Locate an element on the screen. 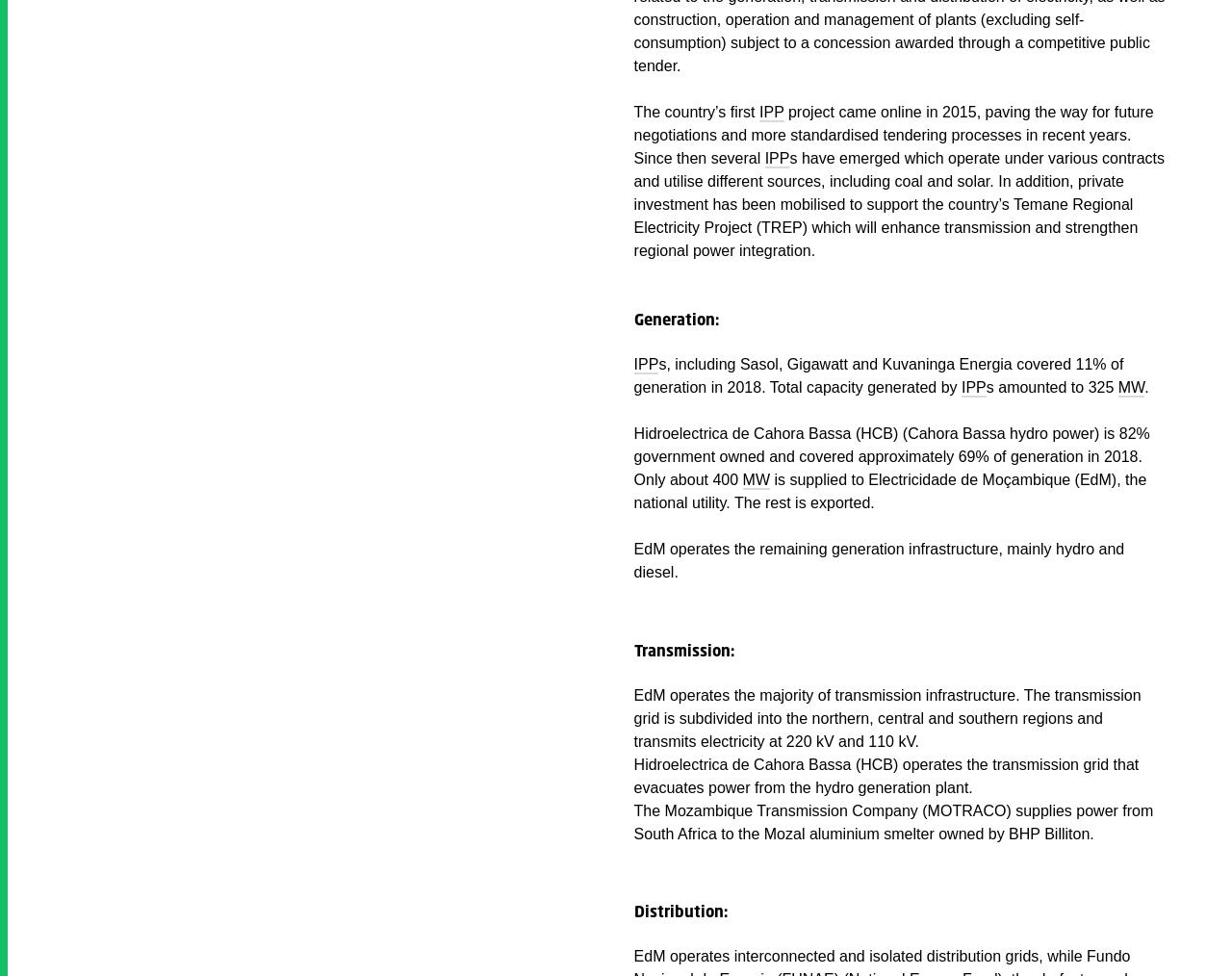  '.' is located at coordinates (1146, 386).